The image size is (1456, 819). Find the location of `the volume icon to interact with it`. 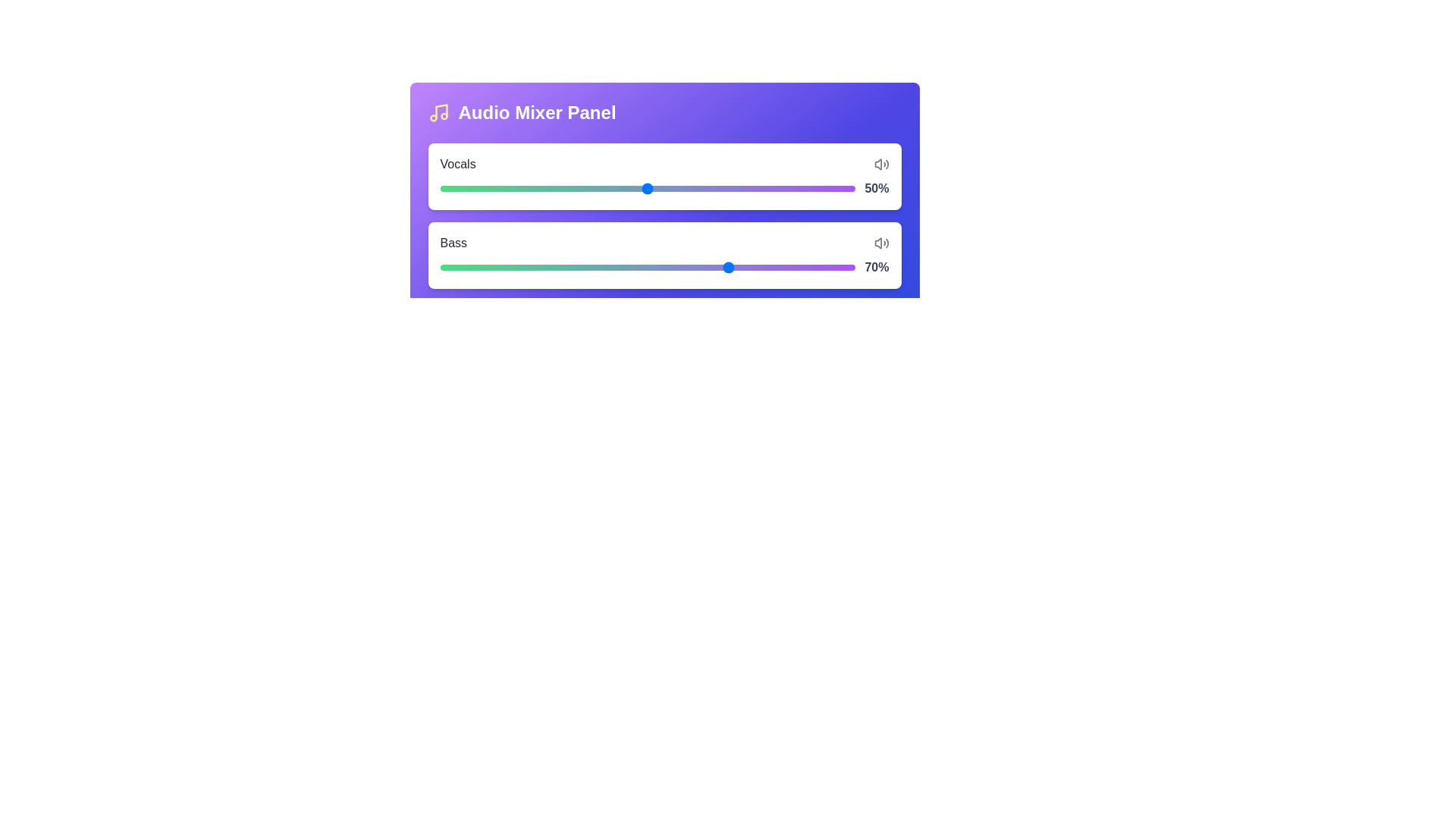

the volume icon to interact with it is located at coordinates (881, 164).